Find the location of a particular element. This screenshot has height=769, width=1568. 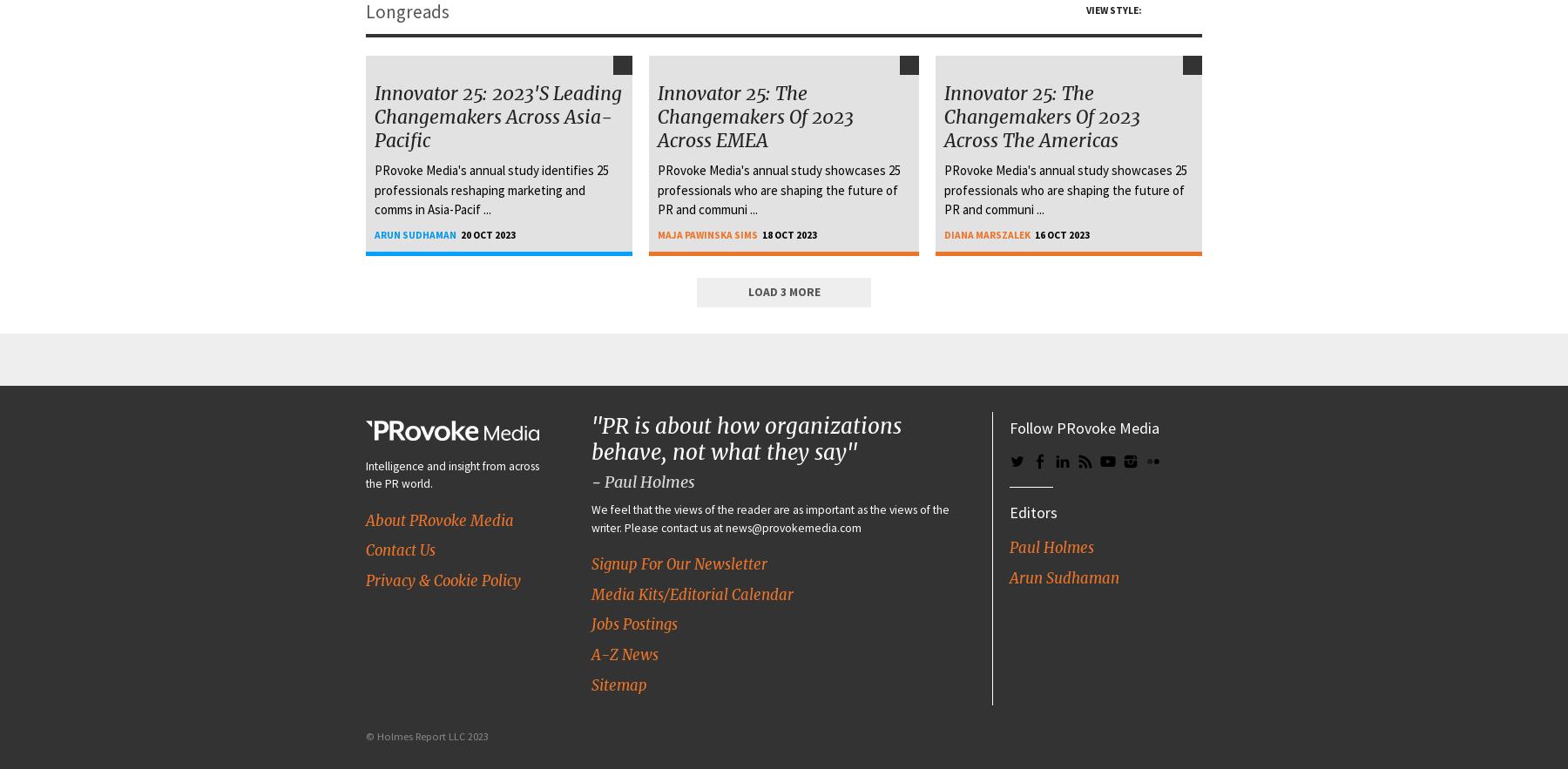

'Paul Holmes' is located at coordinates (1051, 548).